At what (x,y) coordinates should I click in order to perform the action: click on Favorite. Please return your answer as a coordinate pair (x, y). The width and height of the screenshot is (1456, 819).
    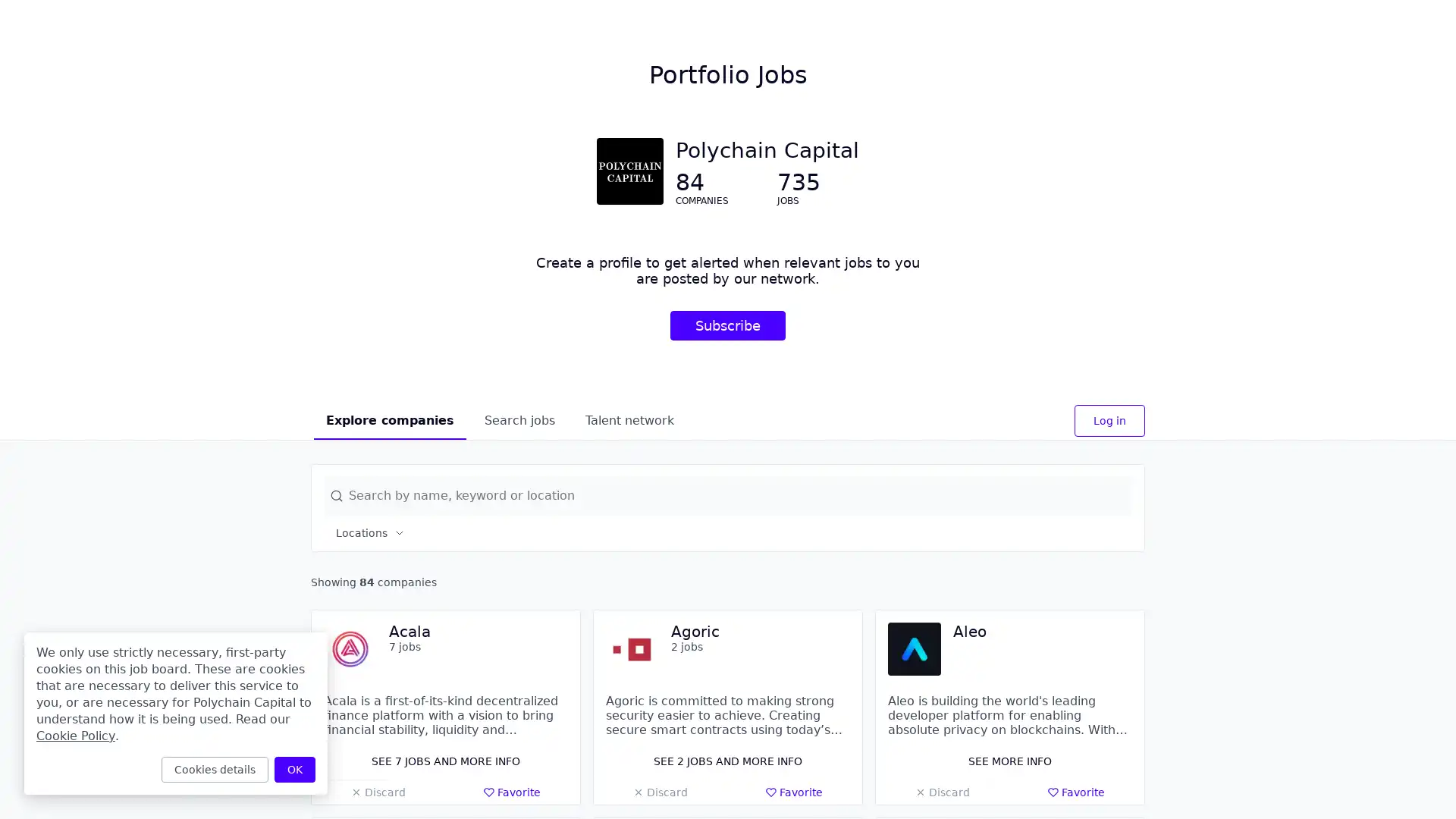
    Looking at the image, I should click on (1075, 792).